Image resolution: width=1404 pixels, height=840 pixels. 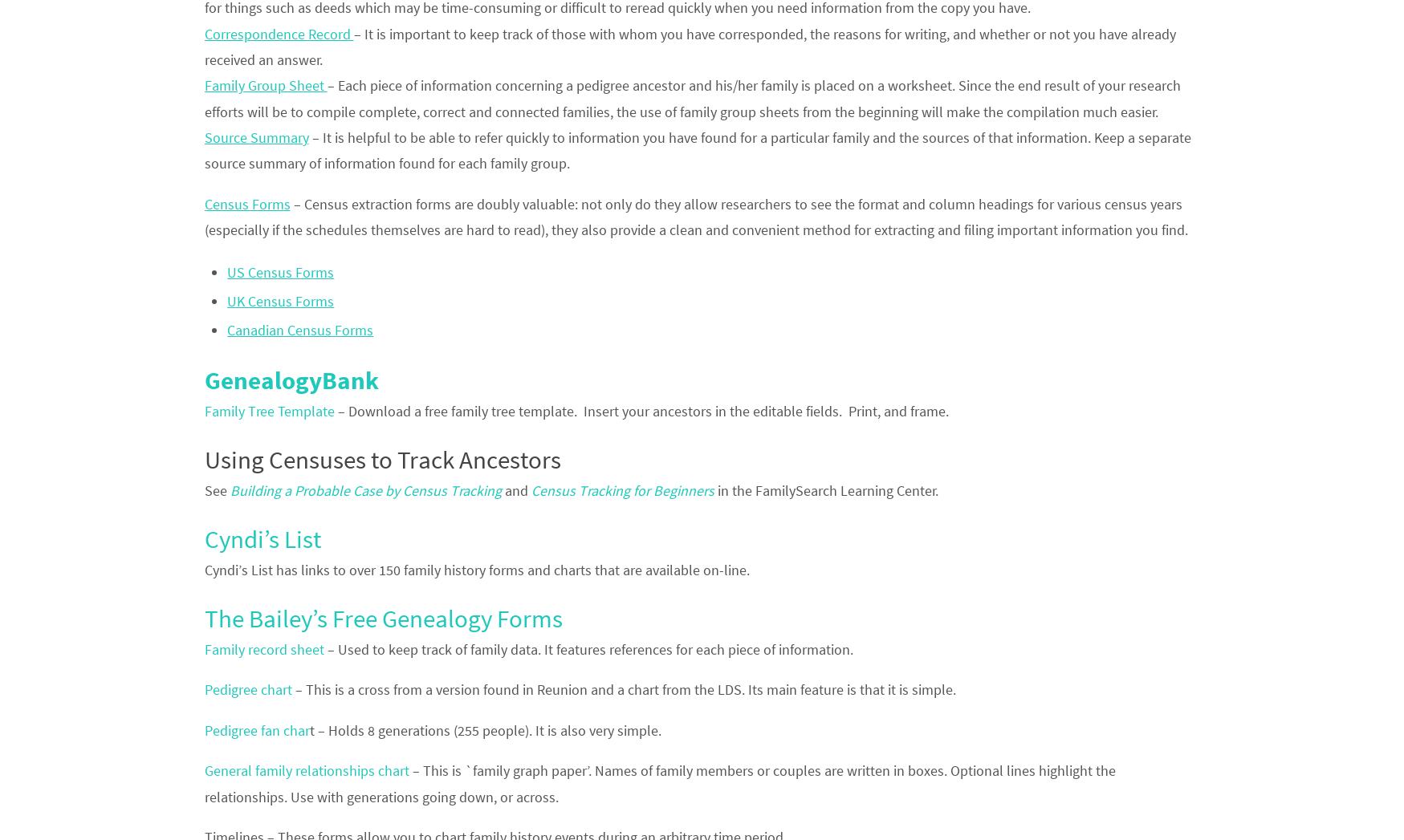 What do you see at coordinates (262, 648) in the screenshot?
I see `'Family record sheet'` at bounding box center [262, 648].